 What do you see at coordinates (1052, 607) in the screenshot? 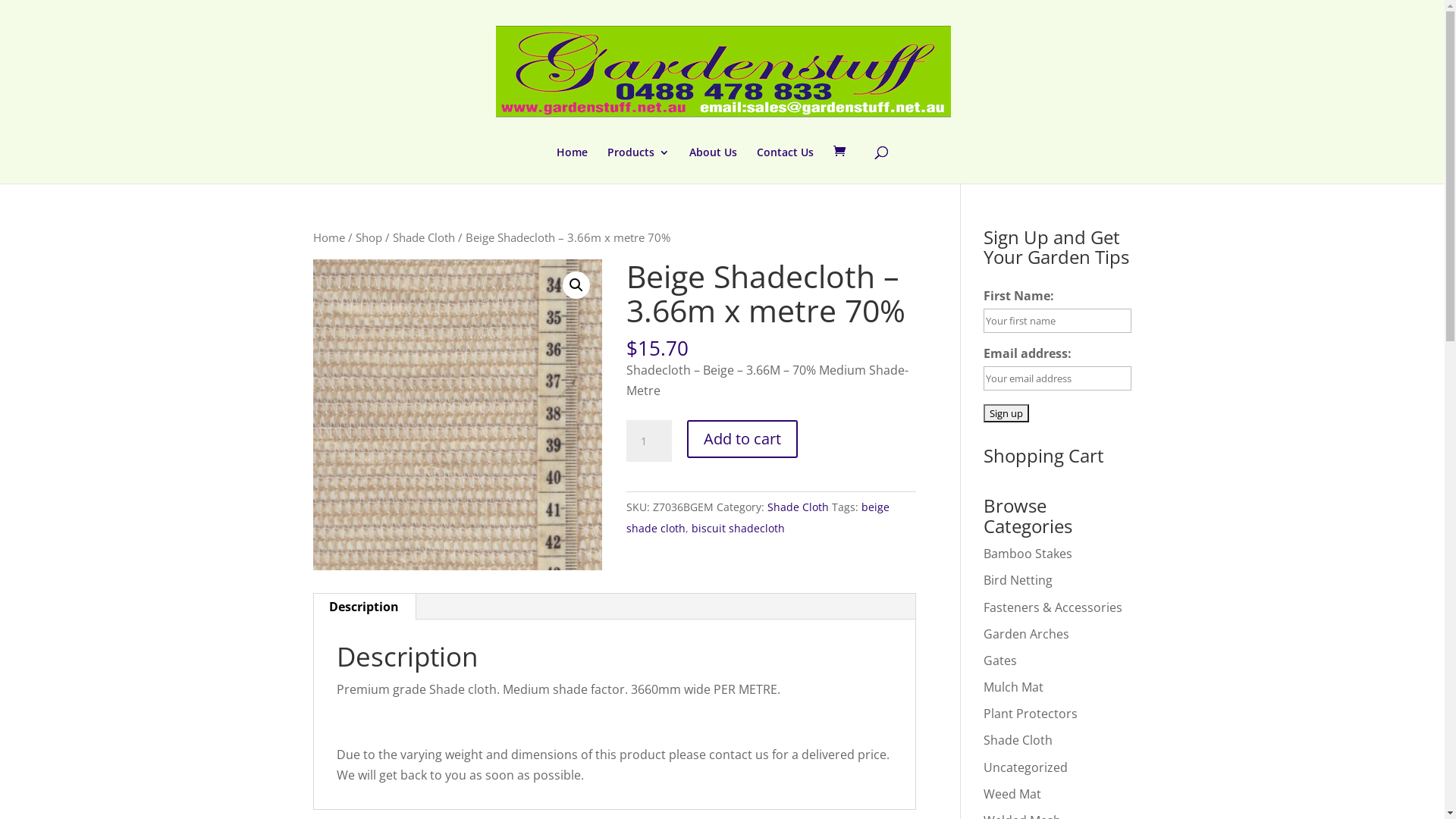
I see `'Fasteners & Accessories'` at bounding box center [1052, 607].